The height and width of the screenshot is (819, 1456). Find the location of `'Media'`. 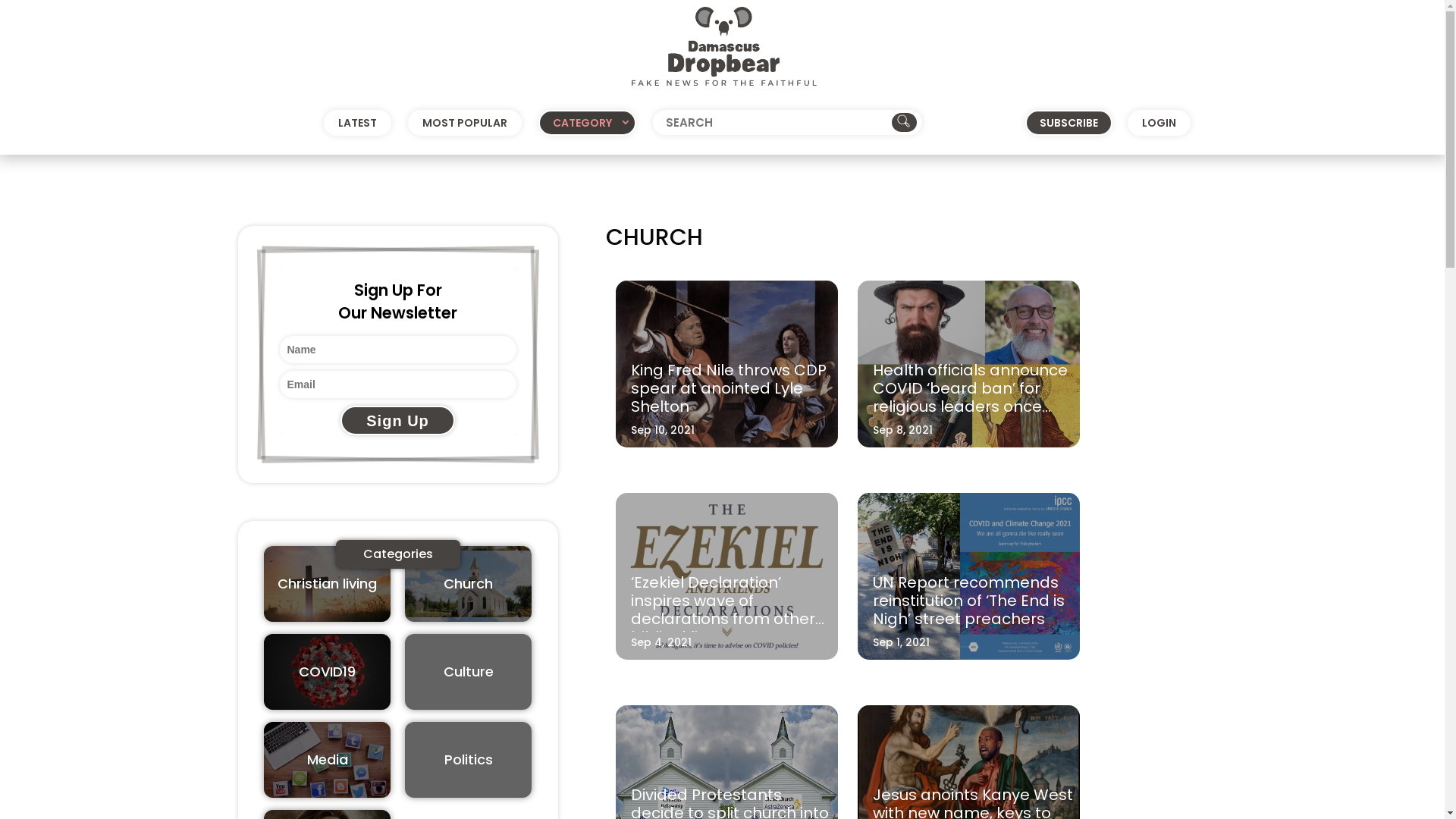

'Media' is located at coordinates (326, 760).